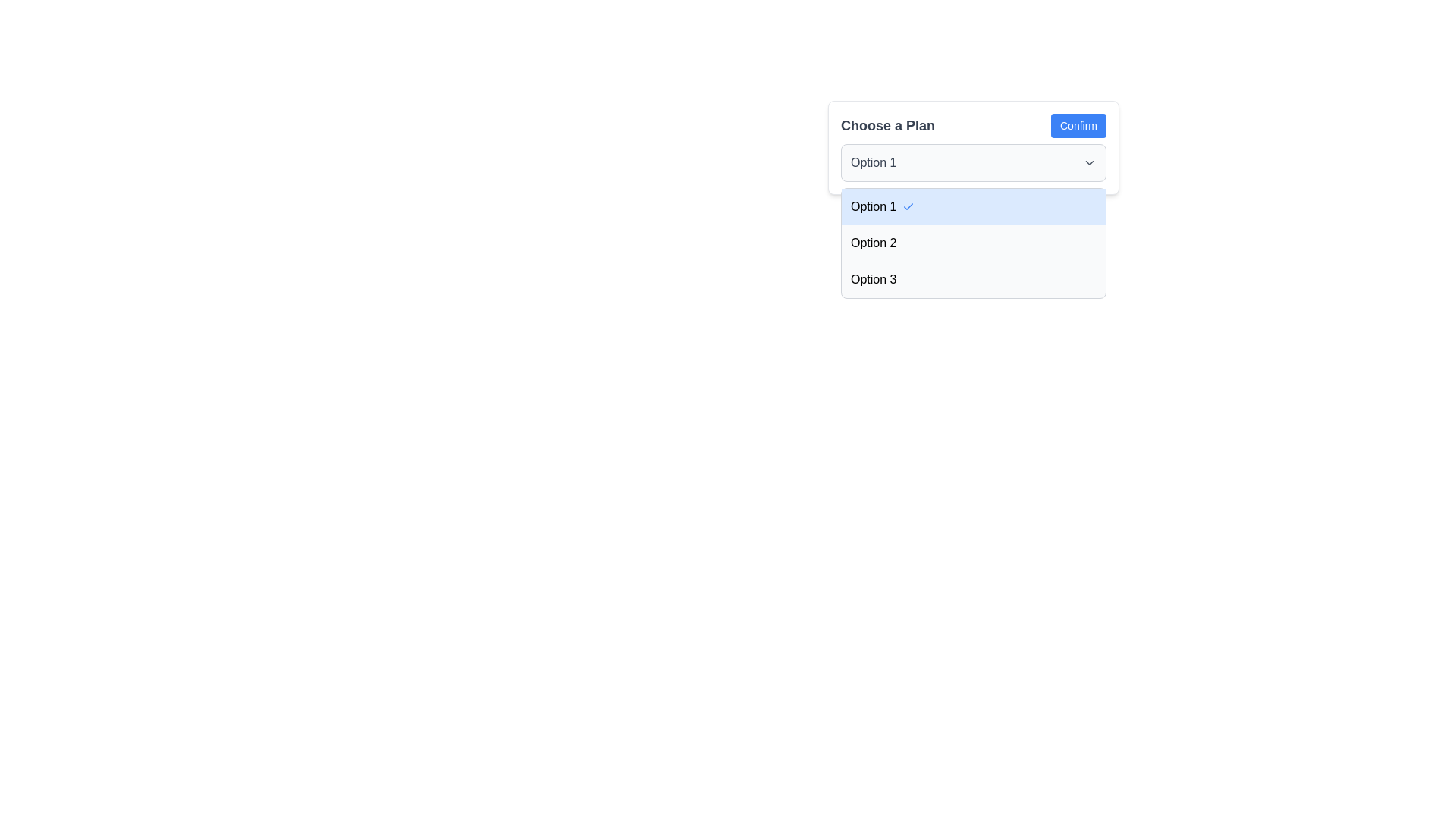 The width and height of the screenshot is (1456, 819). I want to click on the text label displaying 'Option 2' in the dropdown menu, so click(874, 242).